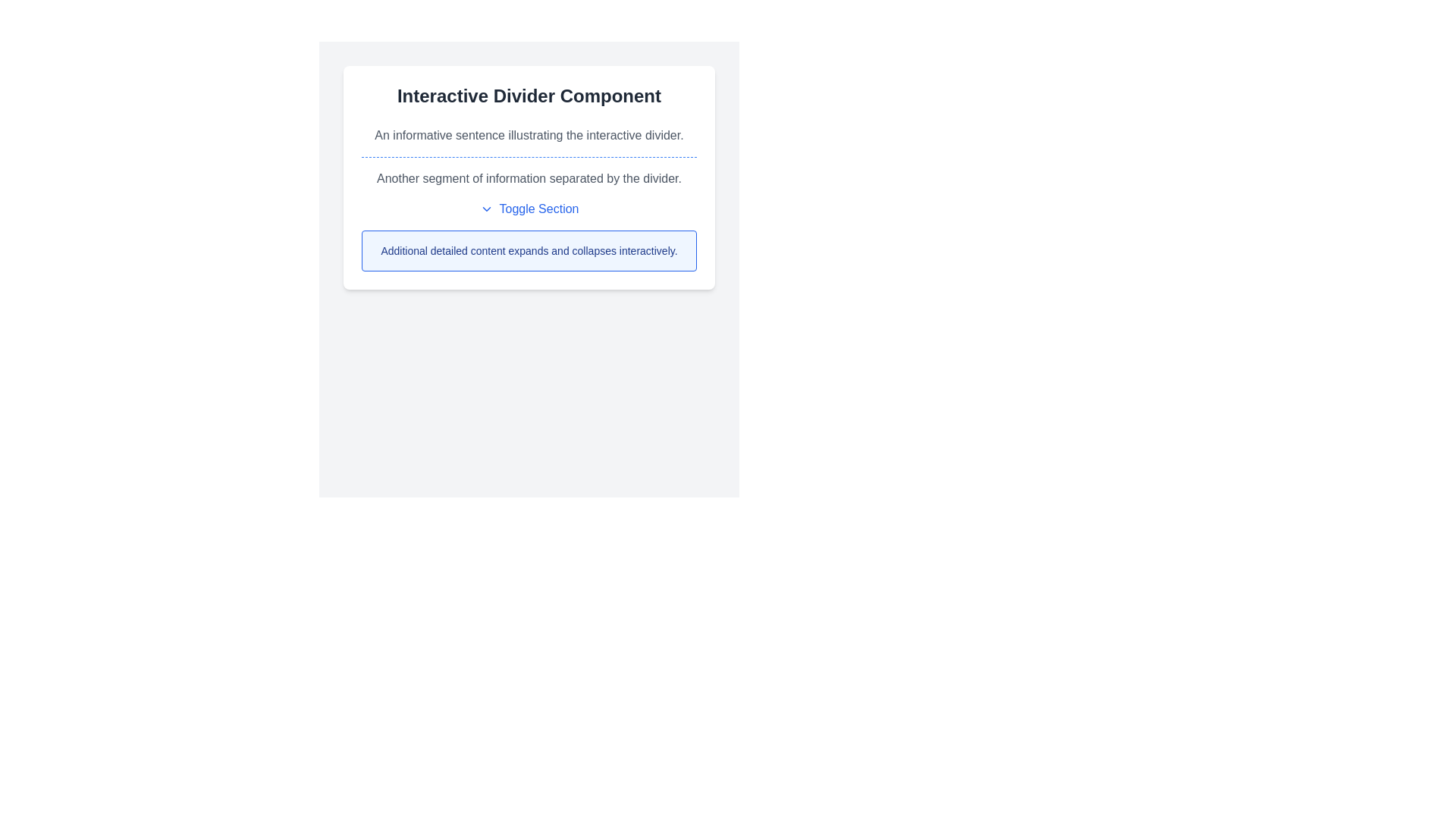  Describe the element at coordinates (529, 209) in the screenshot. I see `the toggle button located beneath the text block stating 'Another segment of information separated by the divider.'` at that location.